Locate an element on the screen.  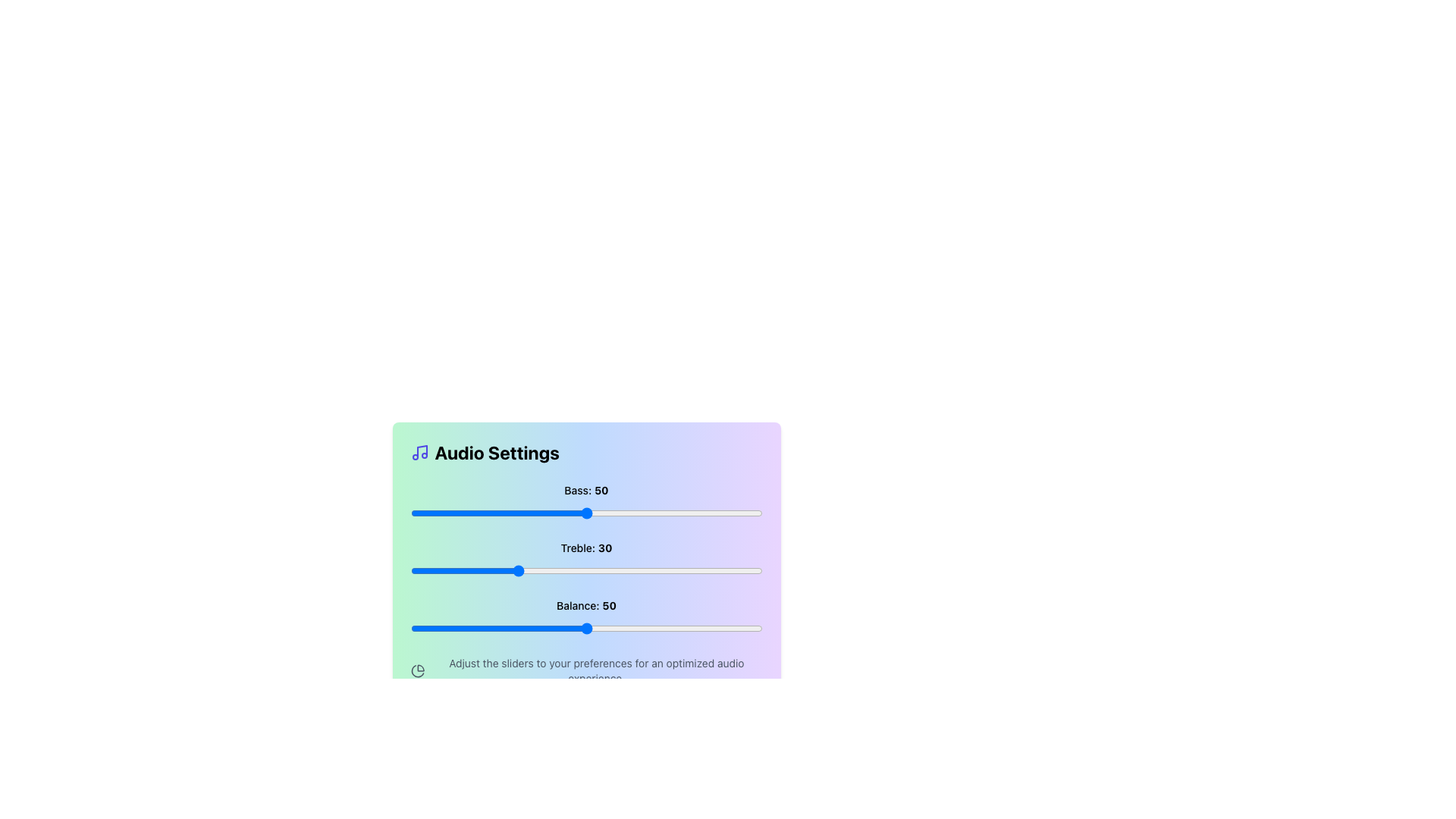
the bass level is located at coordinates (625, 513).